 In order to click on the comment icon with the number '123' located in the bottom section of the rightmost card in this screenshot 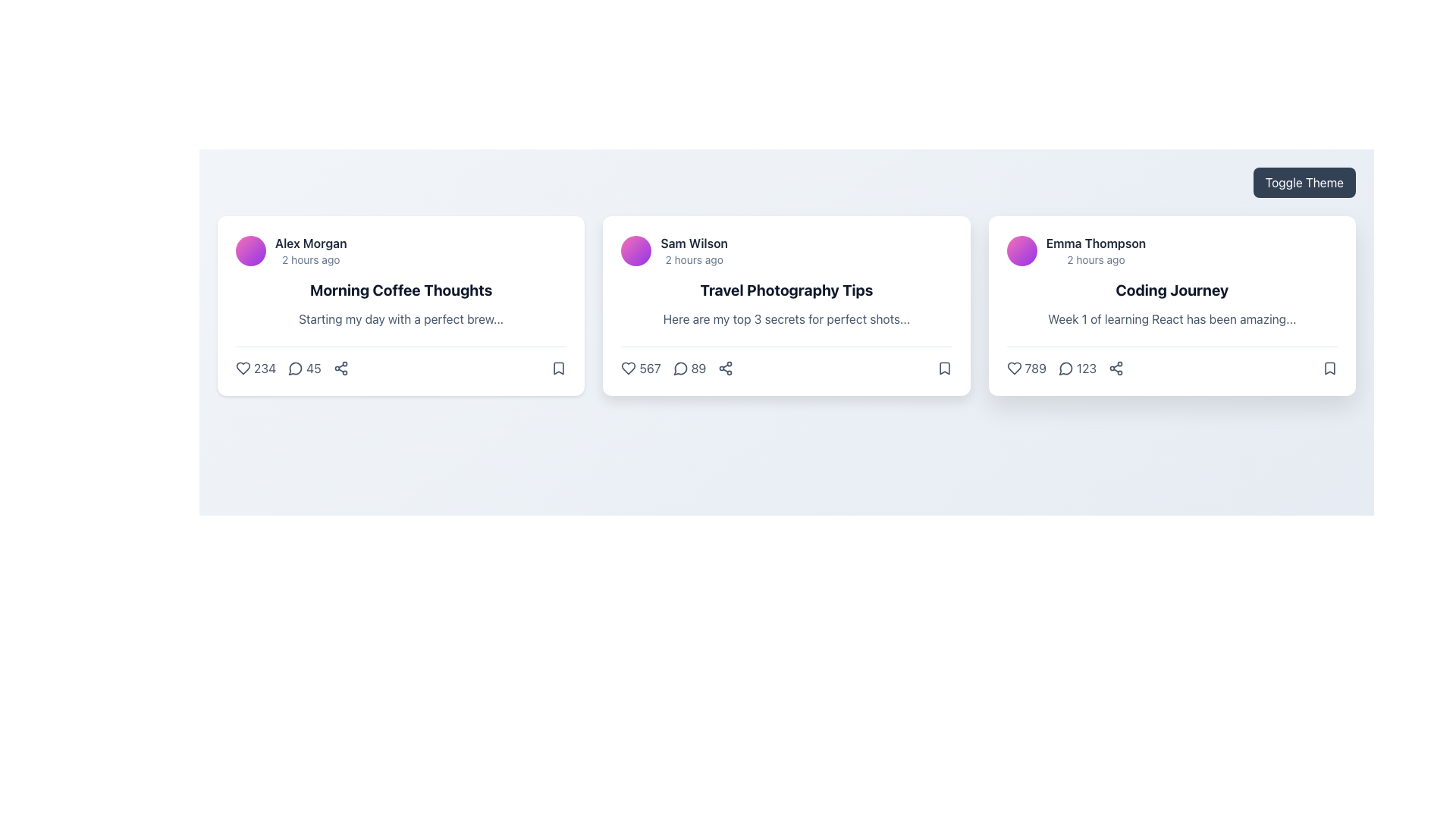, I will do `click(1077, 369)`.